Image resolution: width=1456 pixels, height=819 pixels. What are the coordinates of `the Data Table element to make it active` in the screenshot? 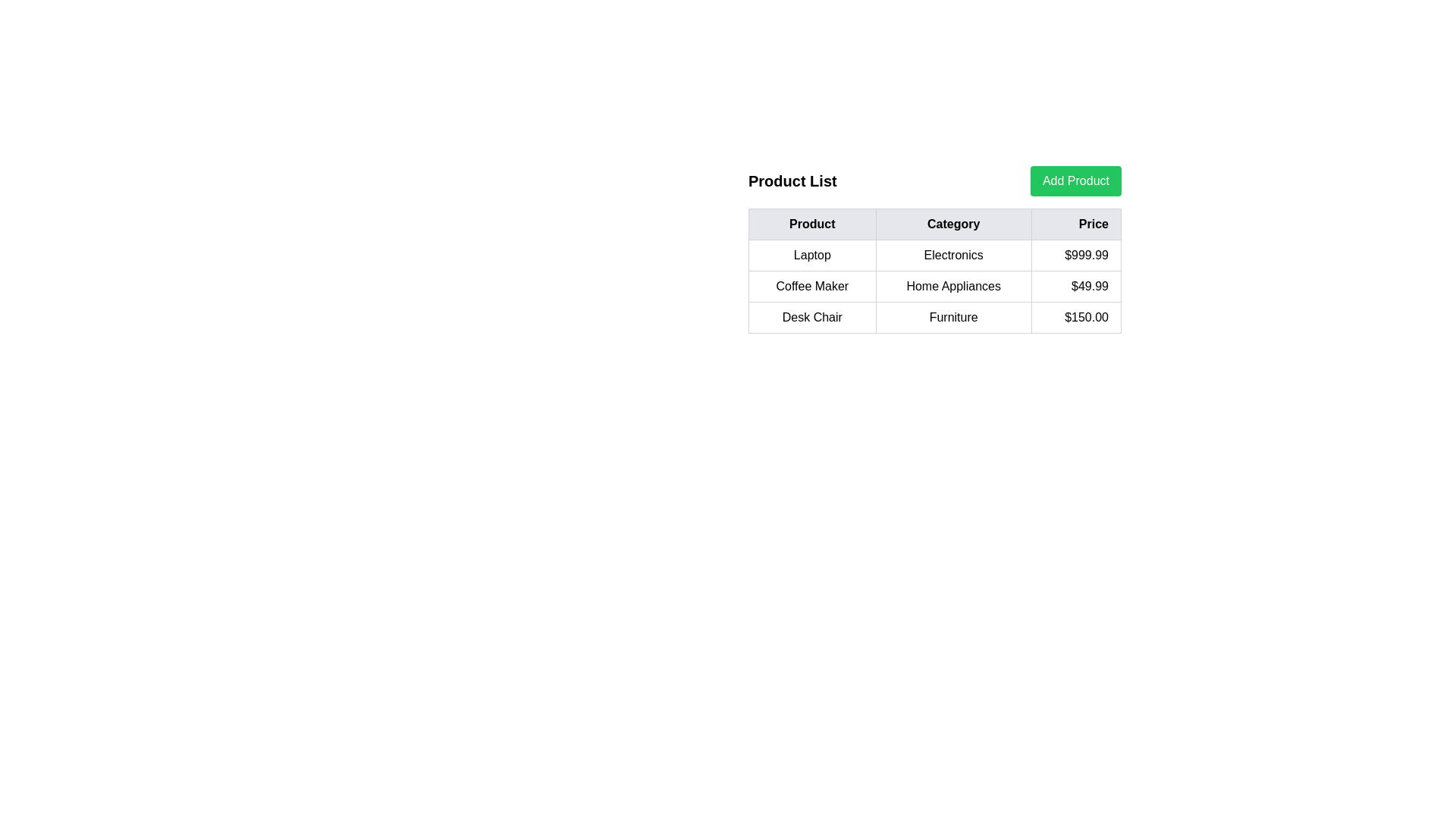 It's located at (934, 270).